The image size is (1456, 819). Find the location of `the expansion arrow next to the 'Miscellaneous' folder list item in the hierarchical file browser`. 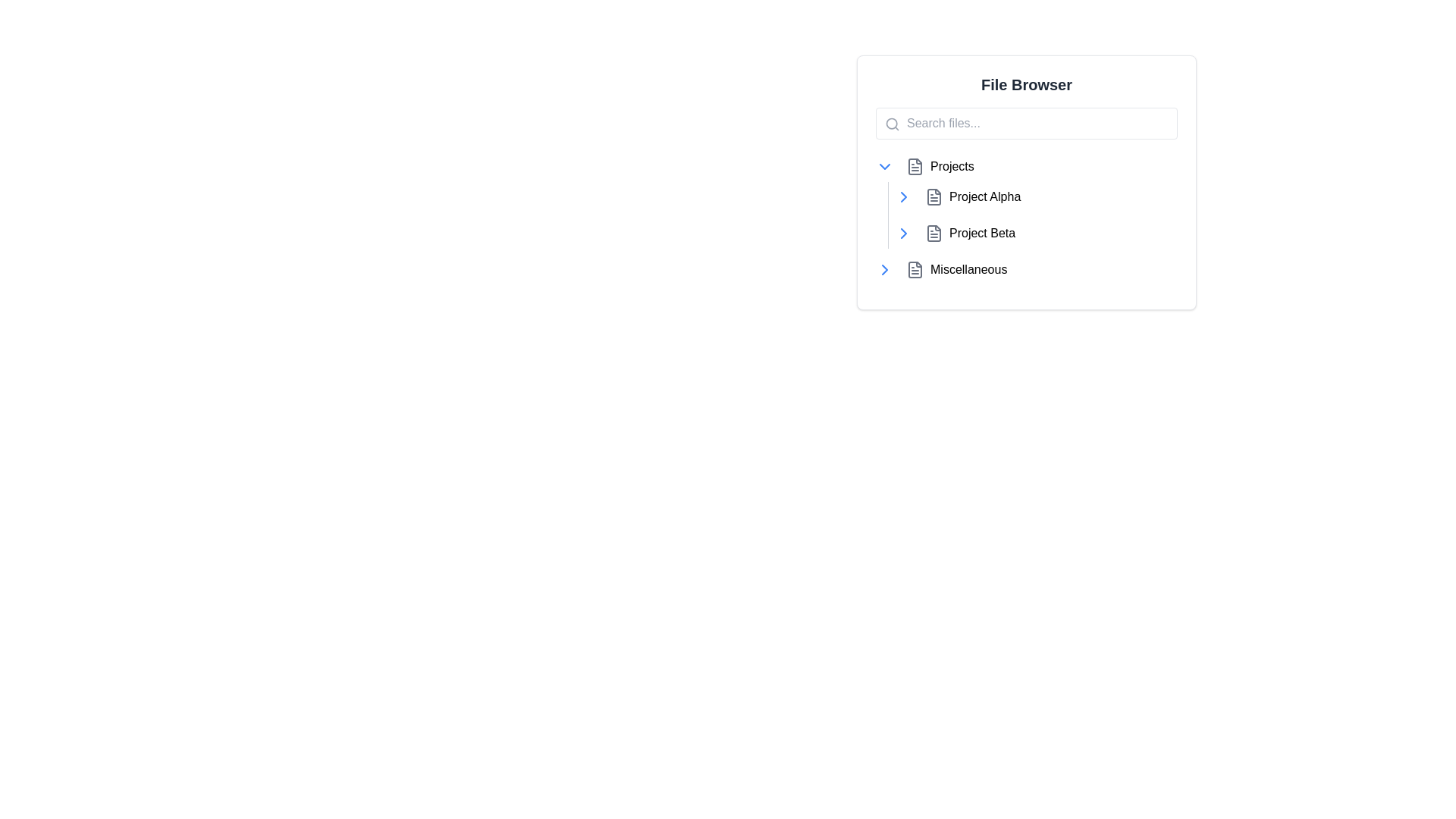

the expansion arrow next to the 'Miscellaneous' folder list item in the hierarchical file browser is located at coordinates (1026, 268).